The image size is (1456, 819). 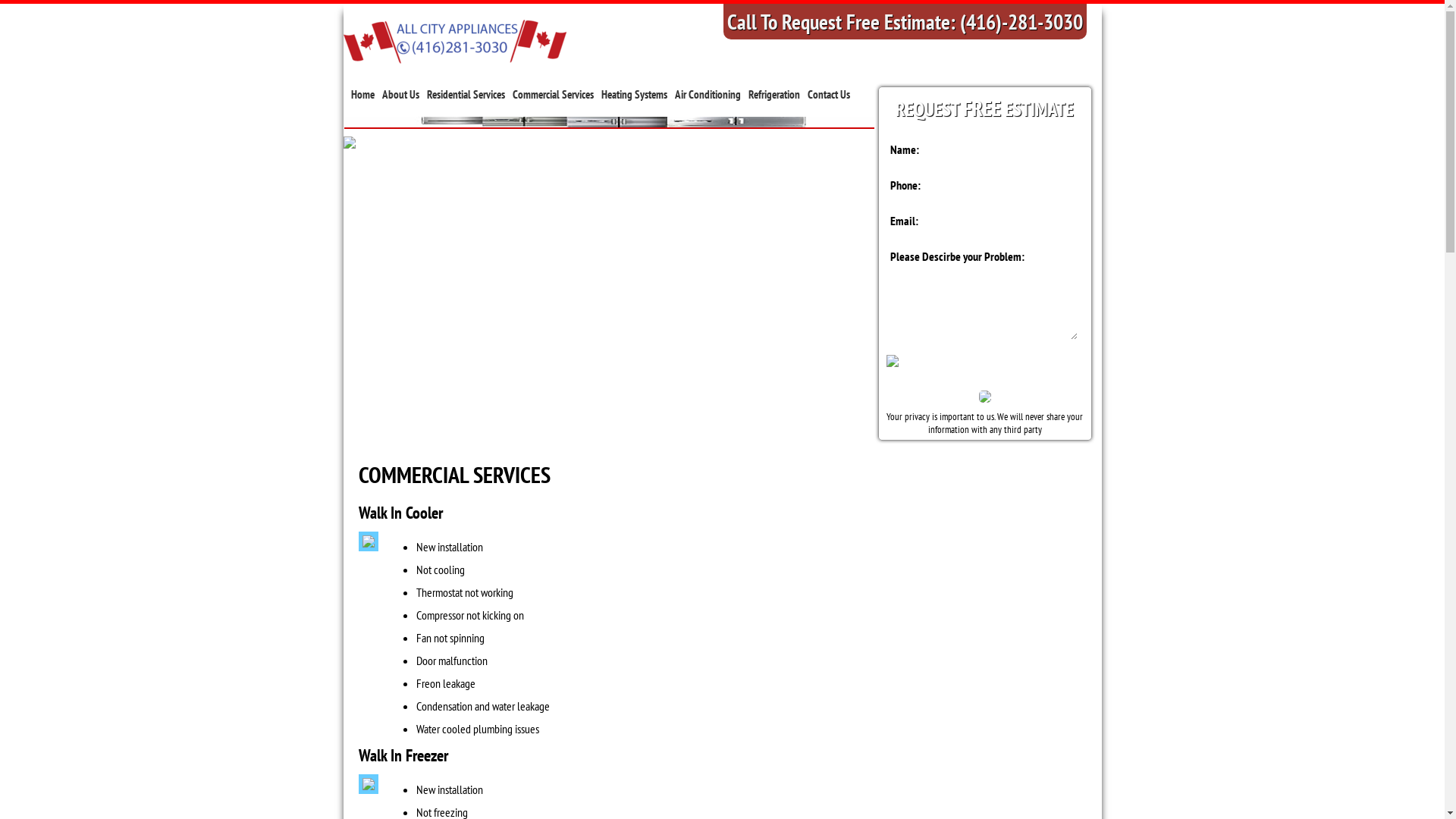 What do you see at coordinates (827, 94) in the screenshot?
I see `'Contact Us'` at bounding box center [827, 94].